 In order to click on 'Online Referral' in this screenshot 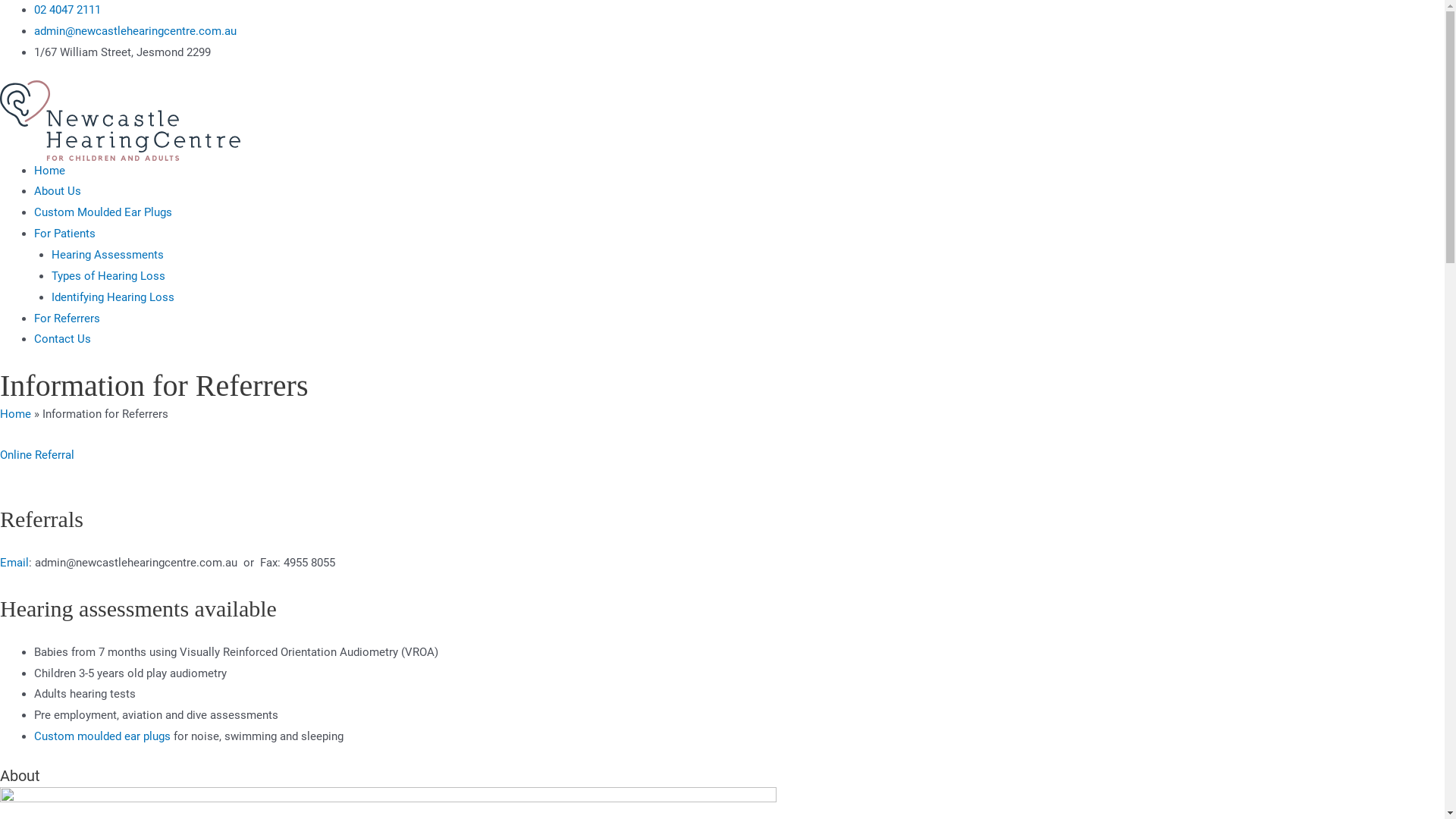, I will do `click(36, 454)`.